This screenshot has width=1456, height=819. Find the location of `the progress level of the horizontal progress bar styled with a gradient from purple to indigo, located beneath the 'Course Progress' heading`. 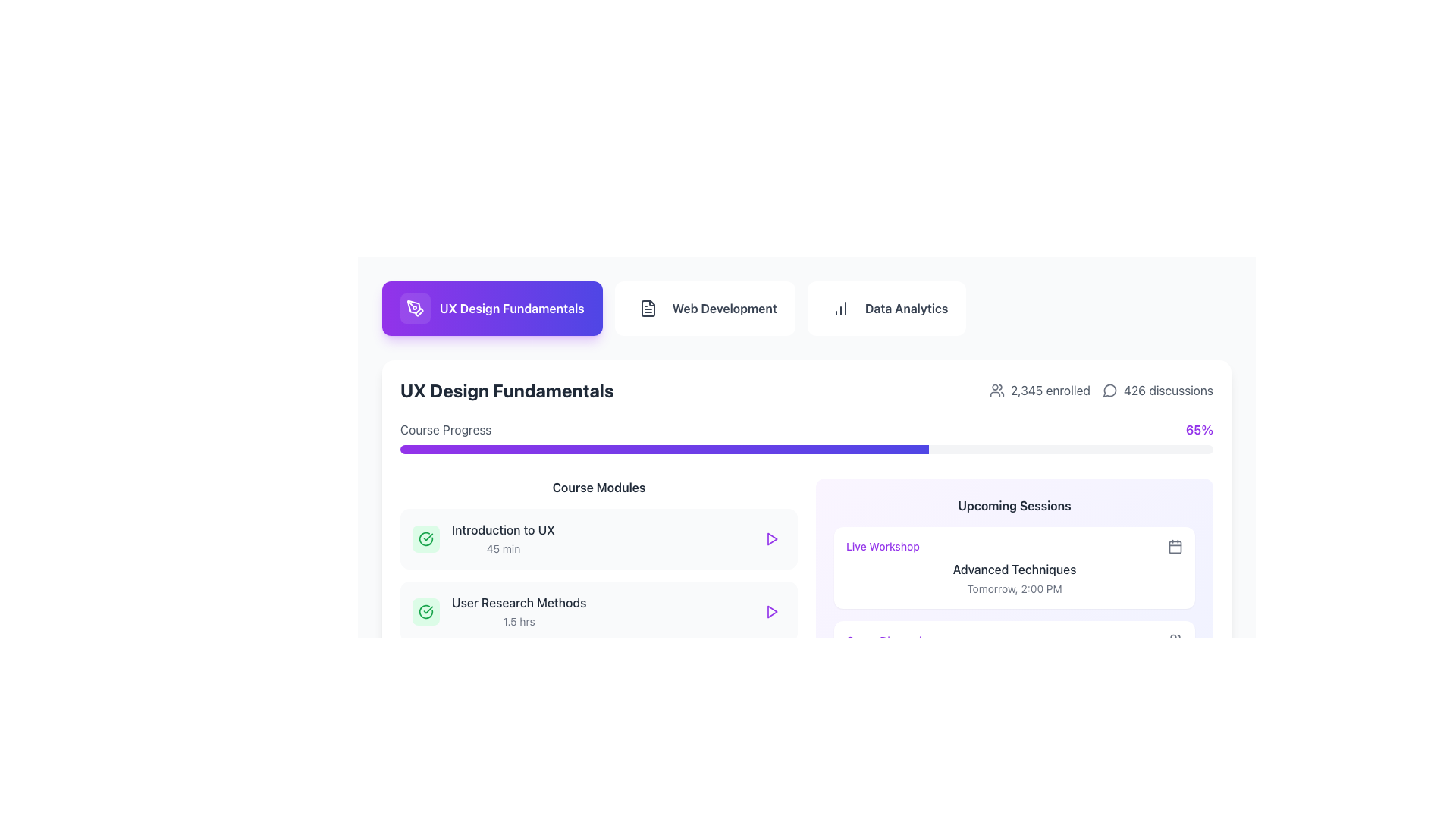

the progress level of the horizontal progress bar styled with a gradient from purple to indigo, located beneath the 'Course Progress' heading is located at coordinates (664, 449).